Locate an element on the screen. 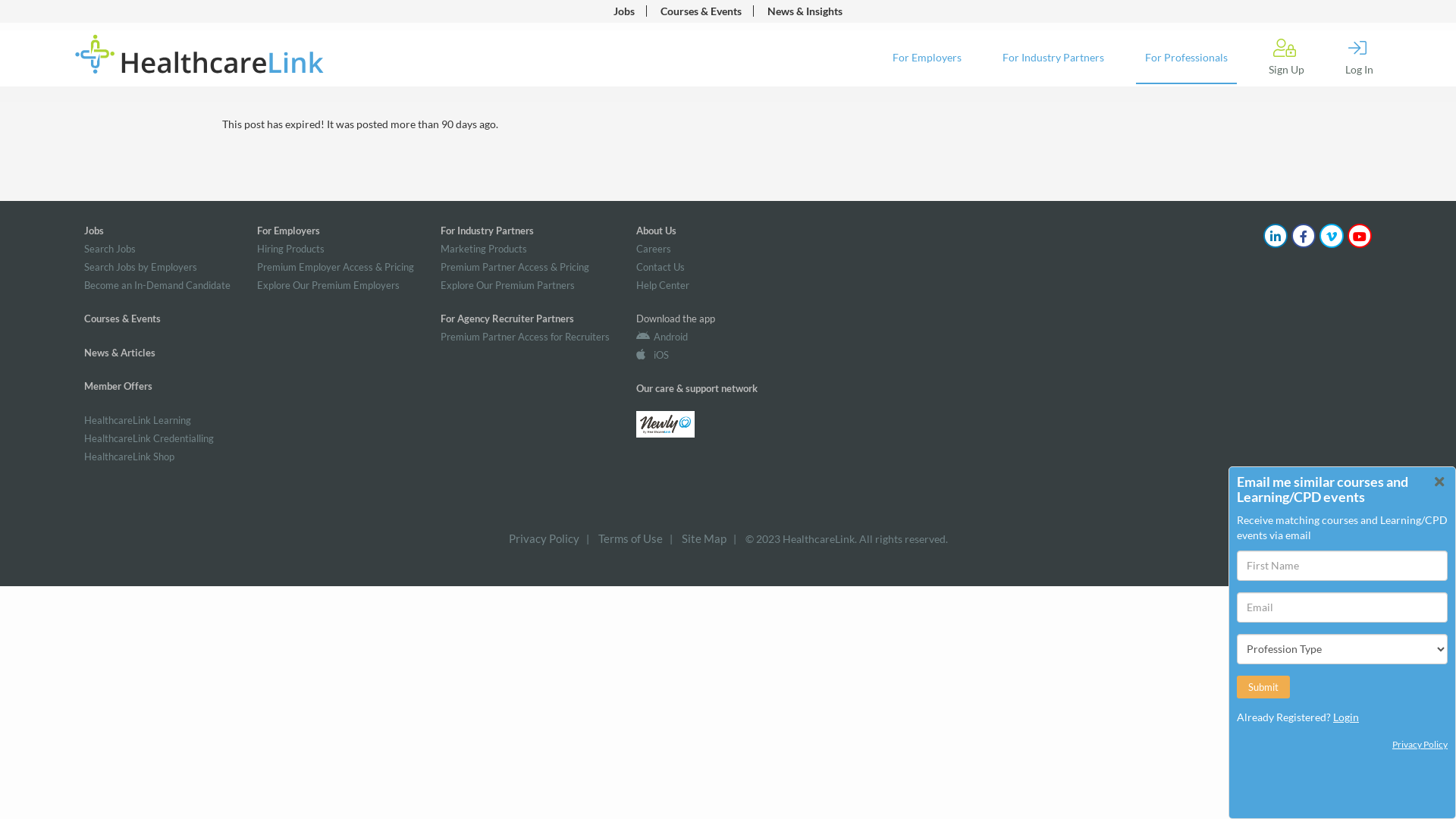 The height and width of the screenshot is (819, 1456). 'For Professionals' is located at coordinates (1185, 58).